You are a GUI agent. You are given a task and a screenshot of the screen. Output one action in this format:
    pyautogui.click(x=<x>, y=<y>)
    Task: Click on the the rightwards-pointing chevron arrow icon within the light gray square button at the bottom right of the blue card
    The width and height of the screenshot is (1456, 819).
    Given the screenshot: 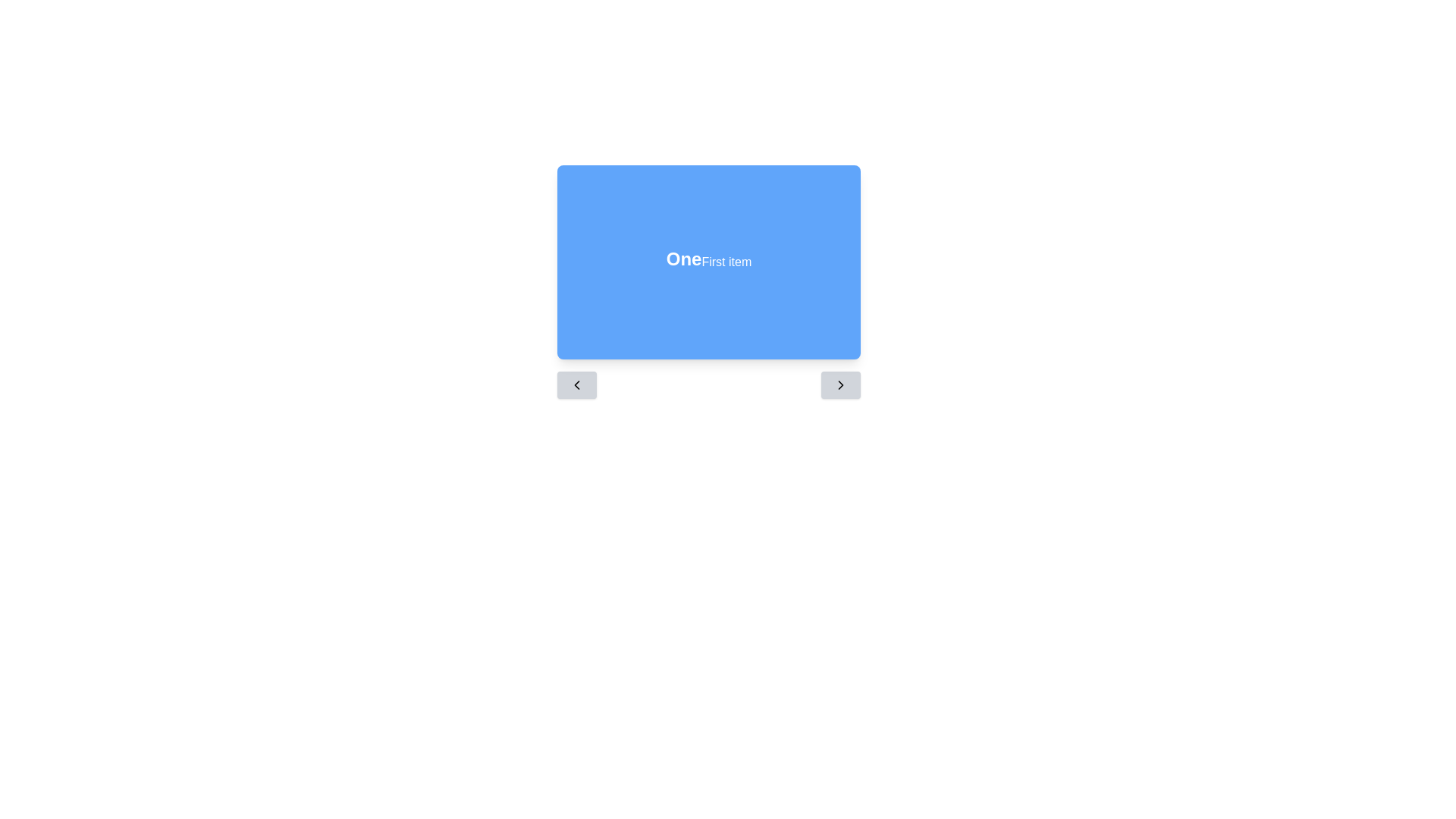 What is the action you would take?
    pyautogui.click(x=839, y=384)
    